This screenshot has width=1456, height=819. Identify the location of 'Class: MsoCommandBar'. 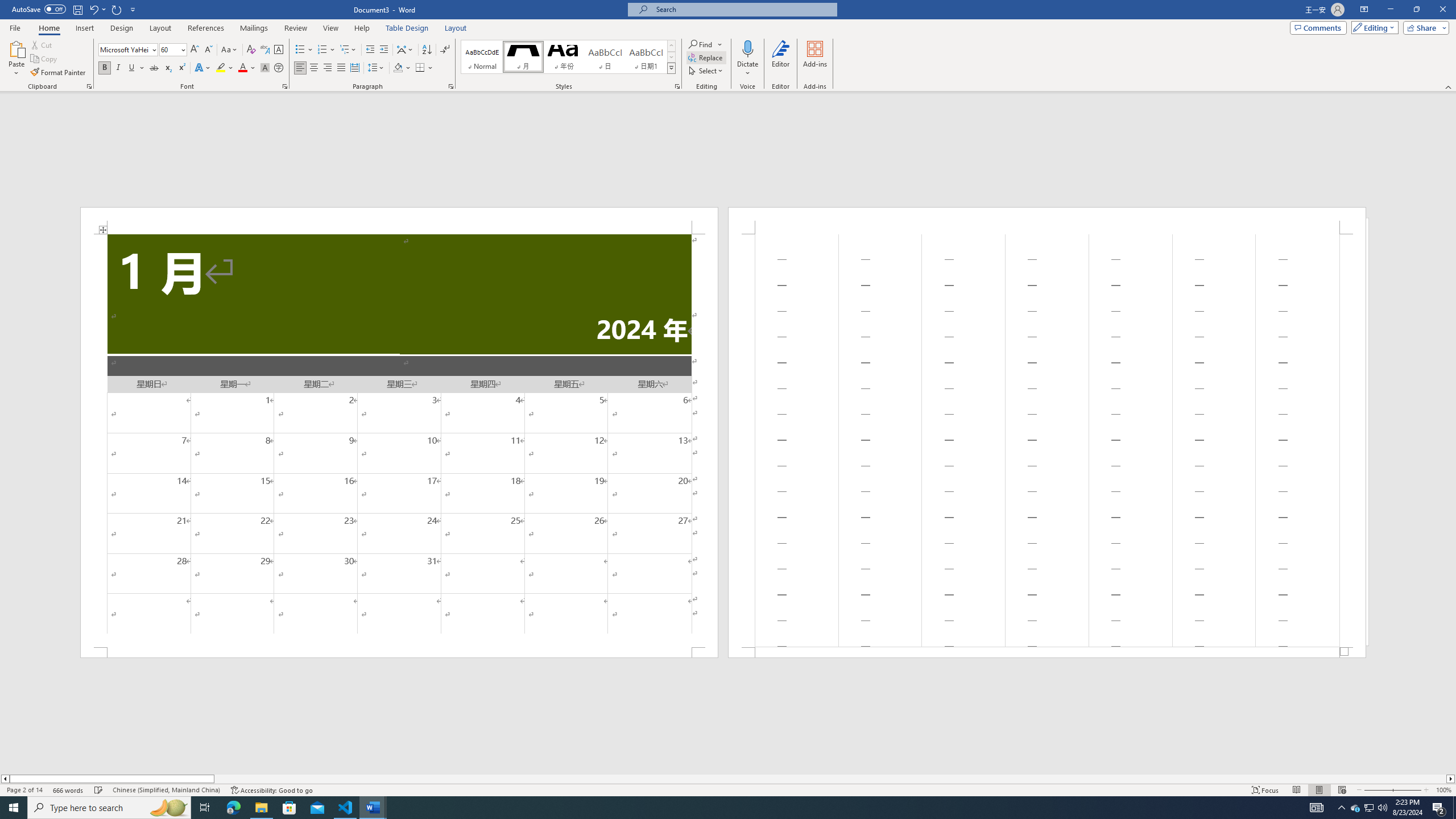
(728, 789).